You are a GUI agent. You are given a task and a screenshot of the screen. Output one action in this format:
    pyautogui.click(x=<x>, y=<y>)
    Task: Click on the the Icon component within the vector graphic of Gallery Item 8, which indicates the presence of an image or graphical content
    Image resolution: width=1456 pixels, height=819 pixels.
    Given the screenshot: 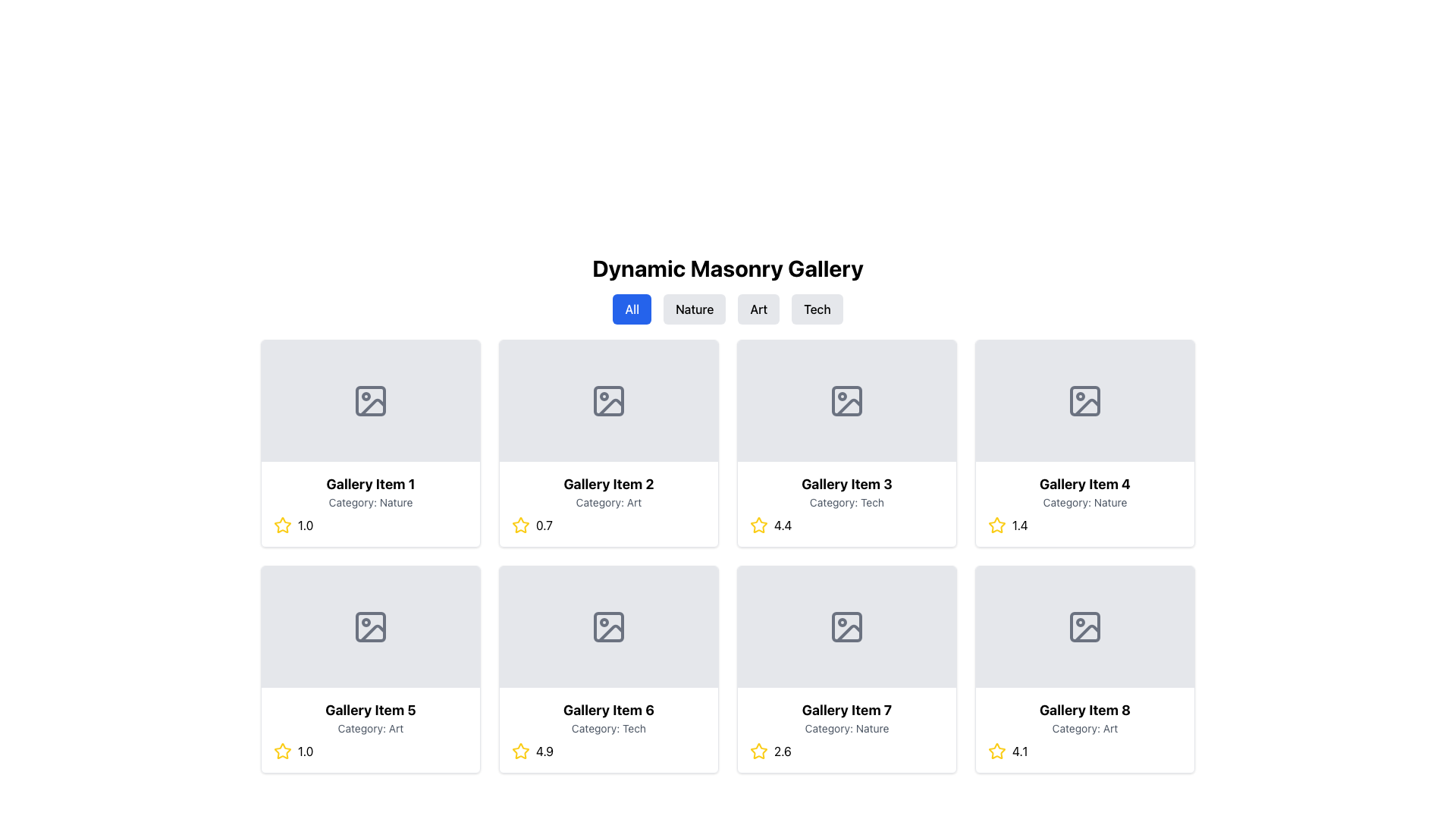 What is the action you would take?
    pyautogui.click(x=1087, y=632)
    